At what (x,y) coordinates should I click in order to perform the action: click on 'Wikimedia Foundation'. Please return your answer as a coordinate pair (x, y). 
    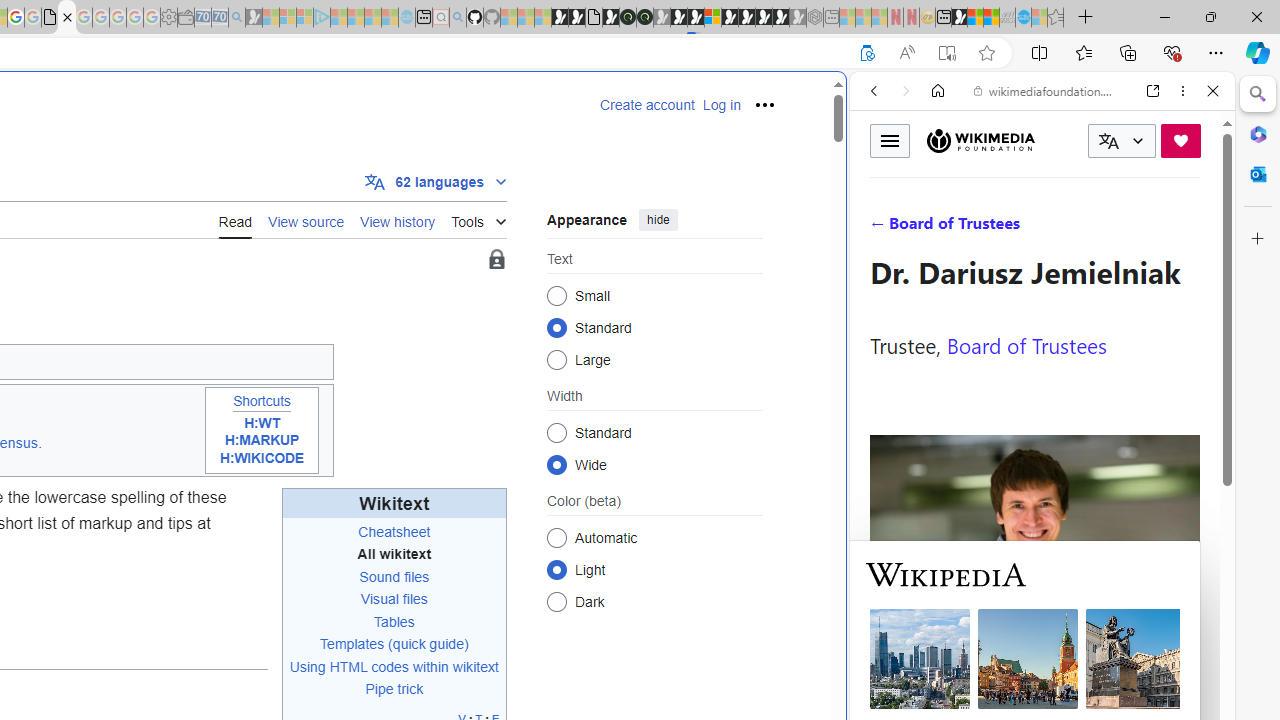
    Looking at the image, I should click on (980, 140).